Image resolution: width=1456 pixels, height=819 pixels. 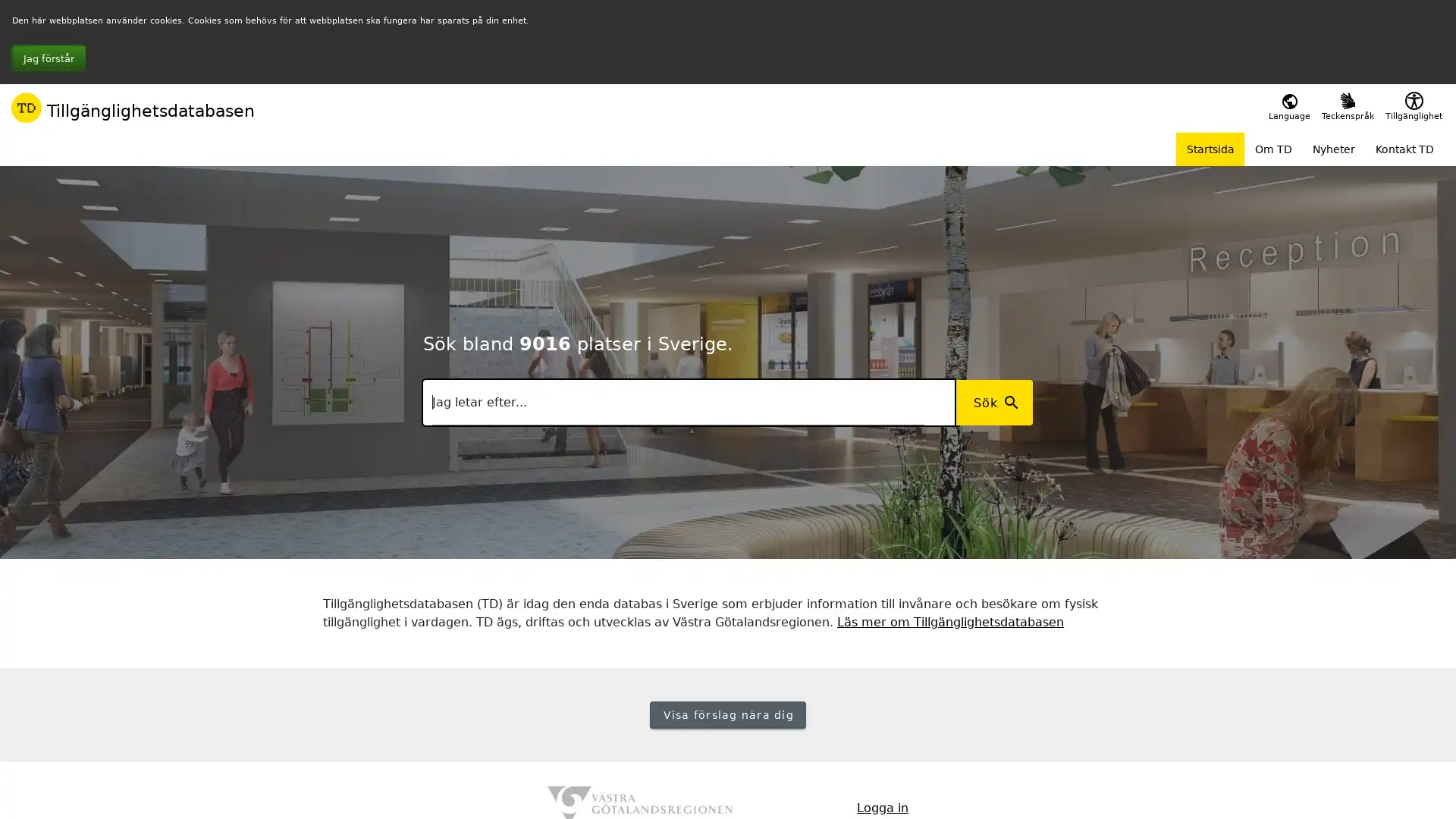 I want to click on Jag forstar, so click(x=49, y=58).